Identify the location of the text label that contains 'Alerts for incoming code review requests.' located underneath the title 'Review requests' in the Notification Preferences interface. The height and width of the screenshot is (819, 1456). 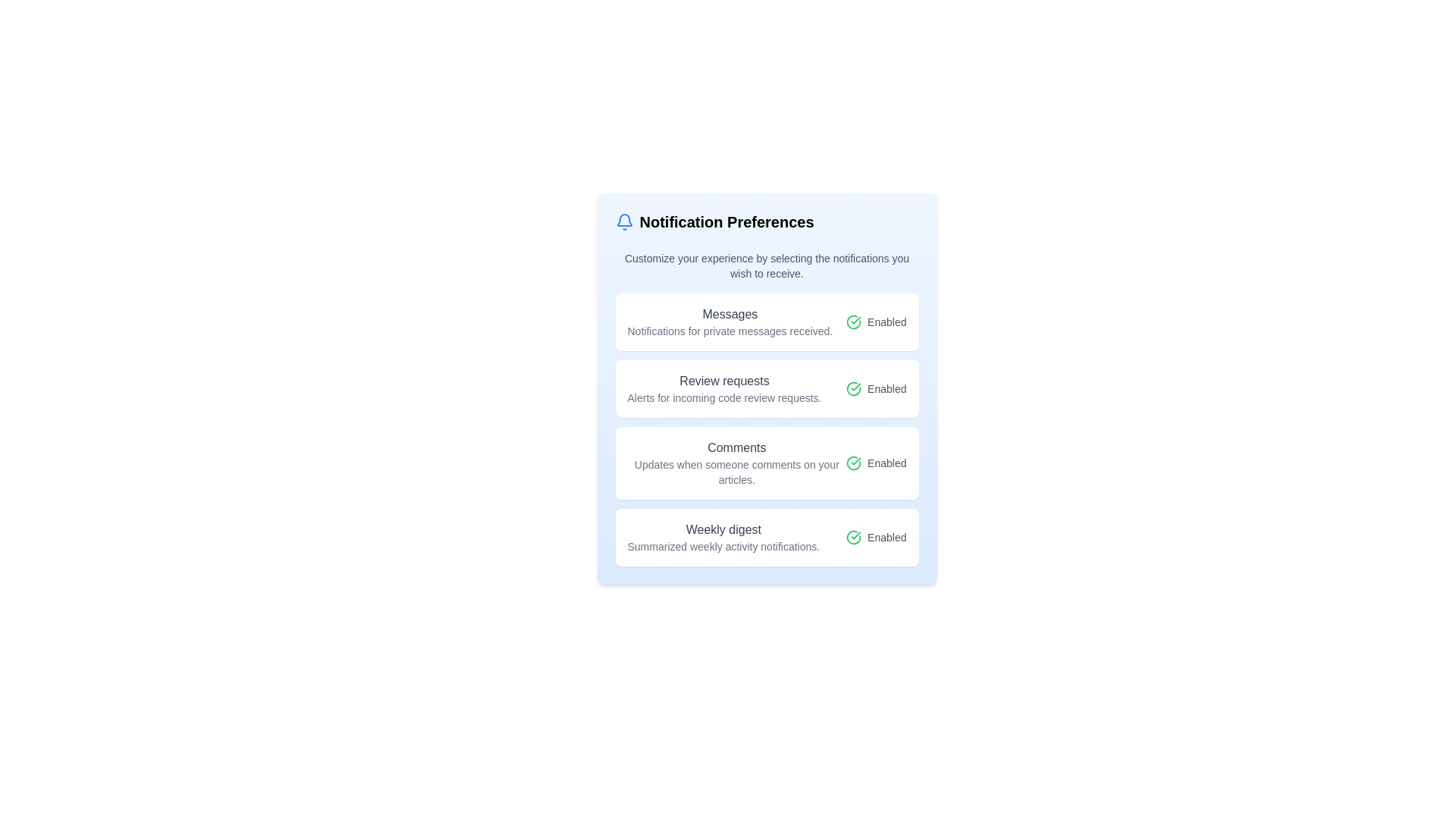
(723, 397).